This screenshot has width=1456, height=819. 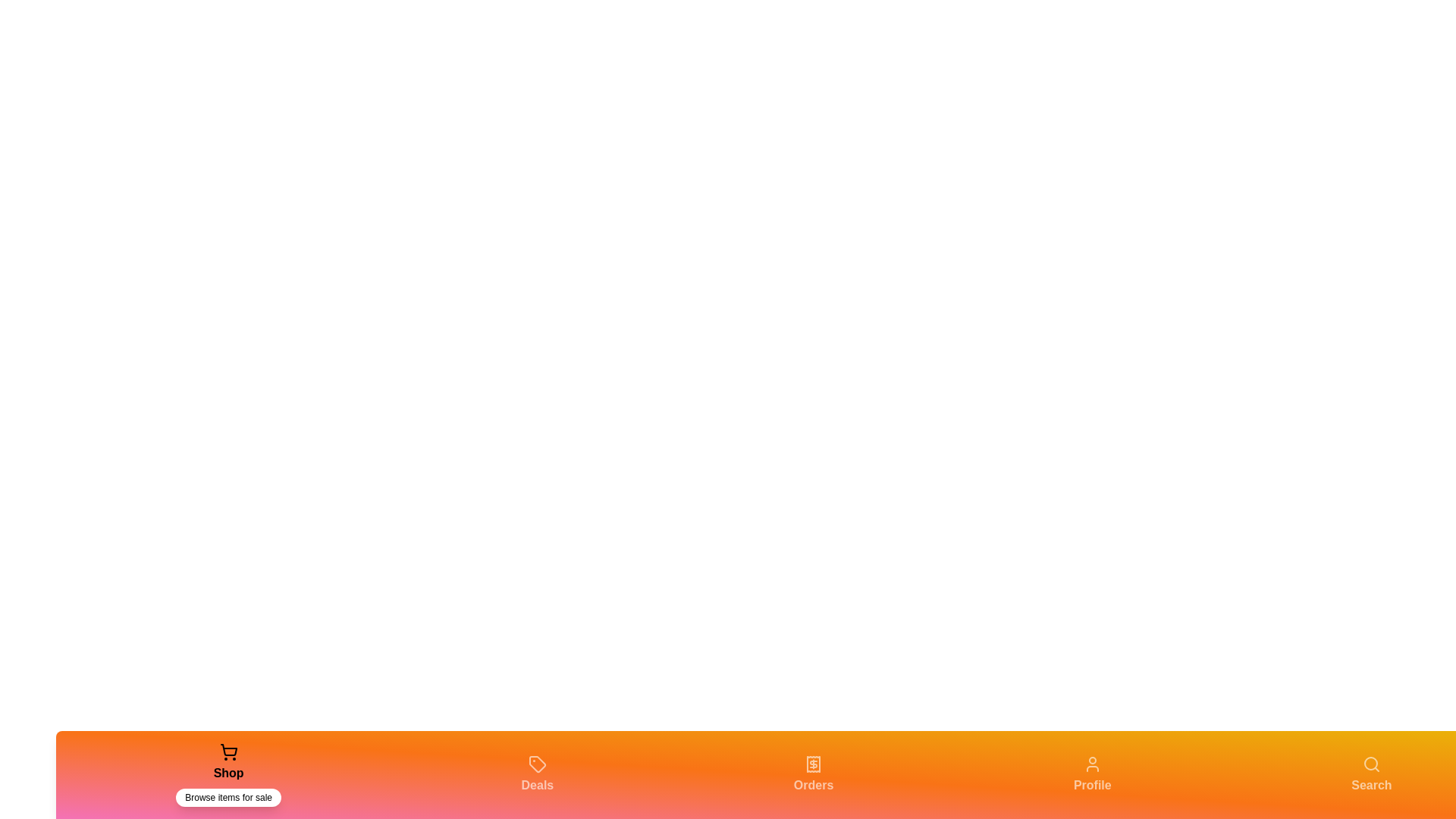 I want to click on the Profile tab in the navigation bar, so click(x=1092, y=775).